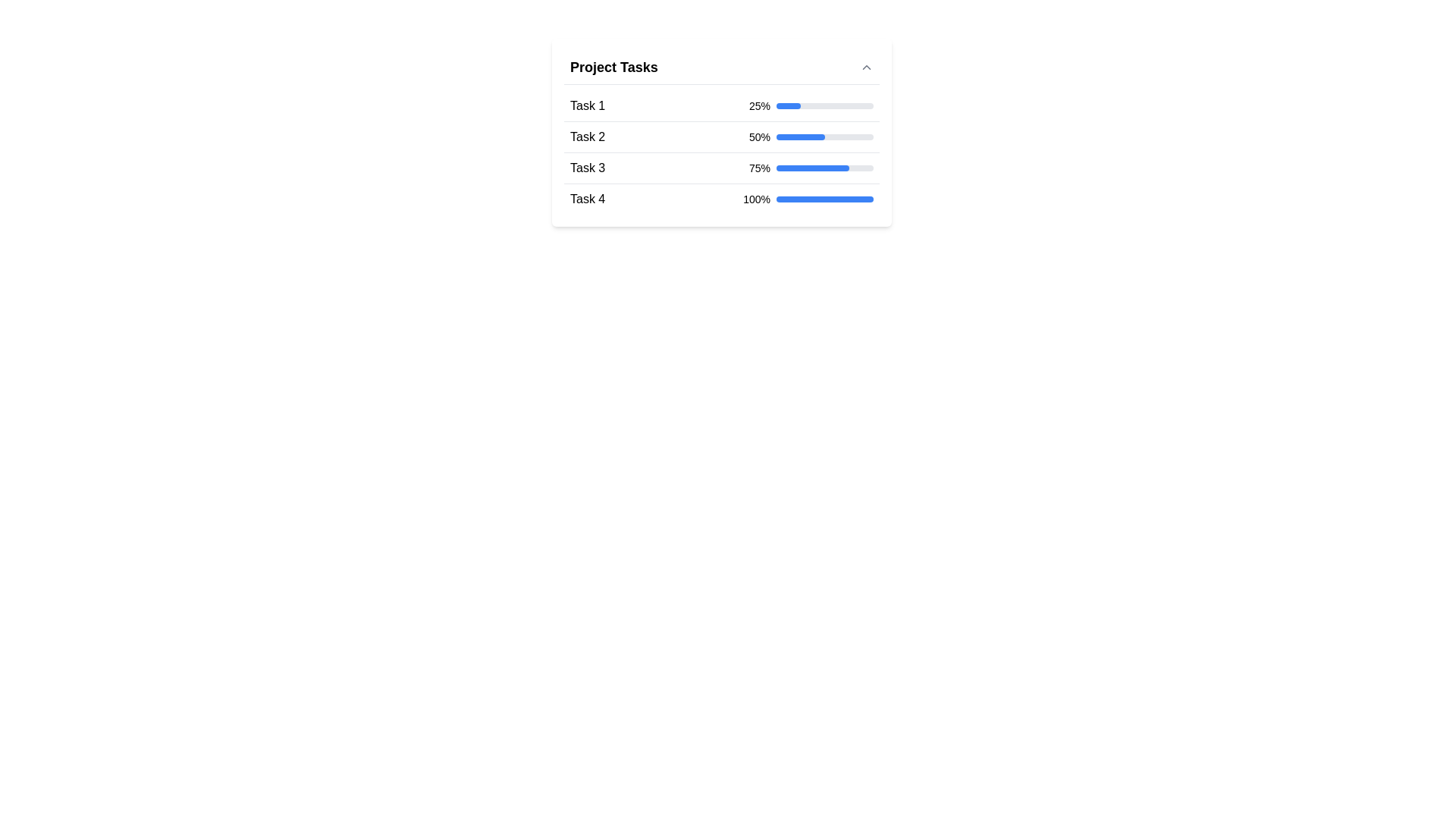 The height and width of the screenshot is (819, 1456). What do you see at coordinates (824, 168) in the screenshot?
I see `the progress bar representing Task 3, which visually indicates a 75% completion level and is located to the right of the '75%' label` at bounding box center [824, 168].